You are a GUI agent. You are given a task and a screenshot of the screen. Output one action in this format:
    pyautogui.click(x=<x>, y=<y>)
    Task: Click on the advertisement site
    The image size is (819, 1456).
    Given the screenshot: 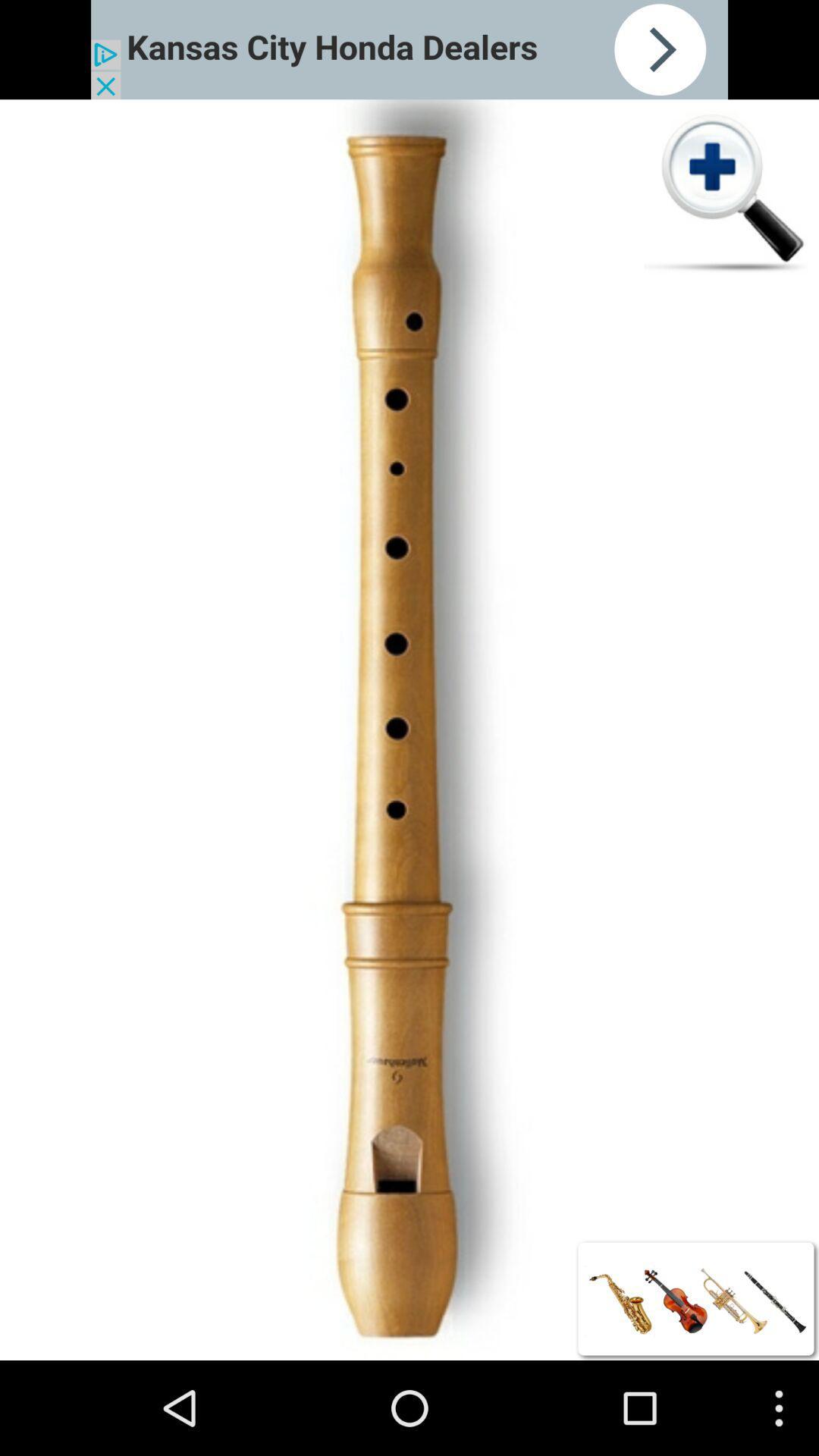 What is the action you would take?
    pyautogui.click(x=409, y=49)
    